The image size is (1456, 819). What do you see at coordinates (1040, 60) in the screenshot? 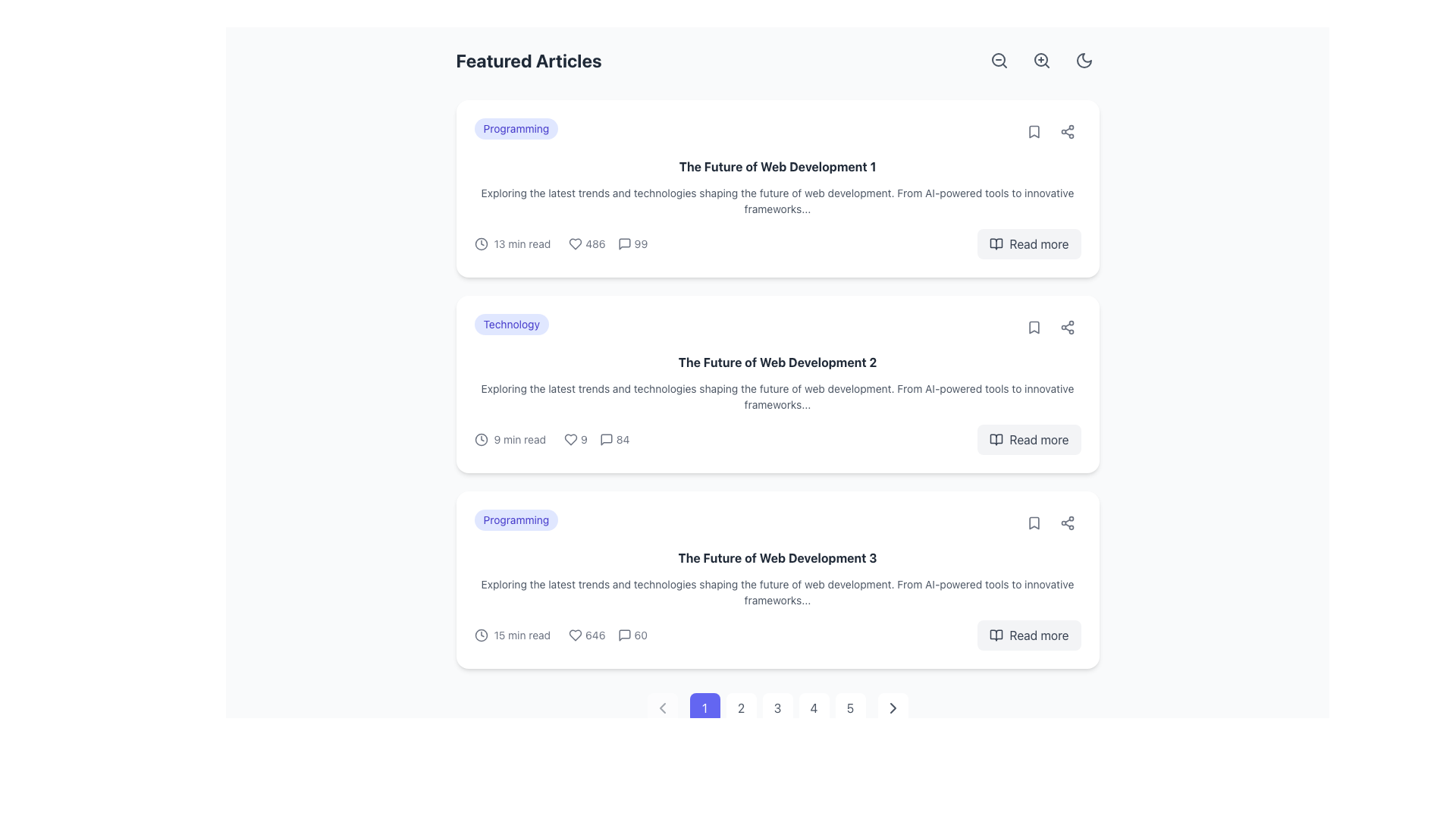
I see `the zoom in button located in the top navigation bar, which is the second icon from the right` at bounding box center [1040, 60].